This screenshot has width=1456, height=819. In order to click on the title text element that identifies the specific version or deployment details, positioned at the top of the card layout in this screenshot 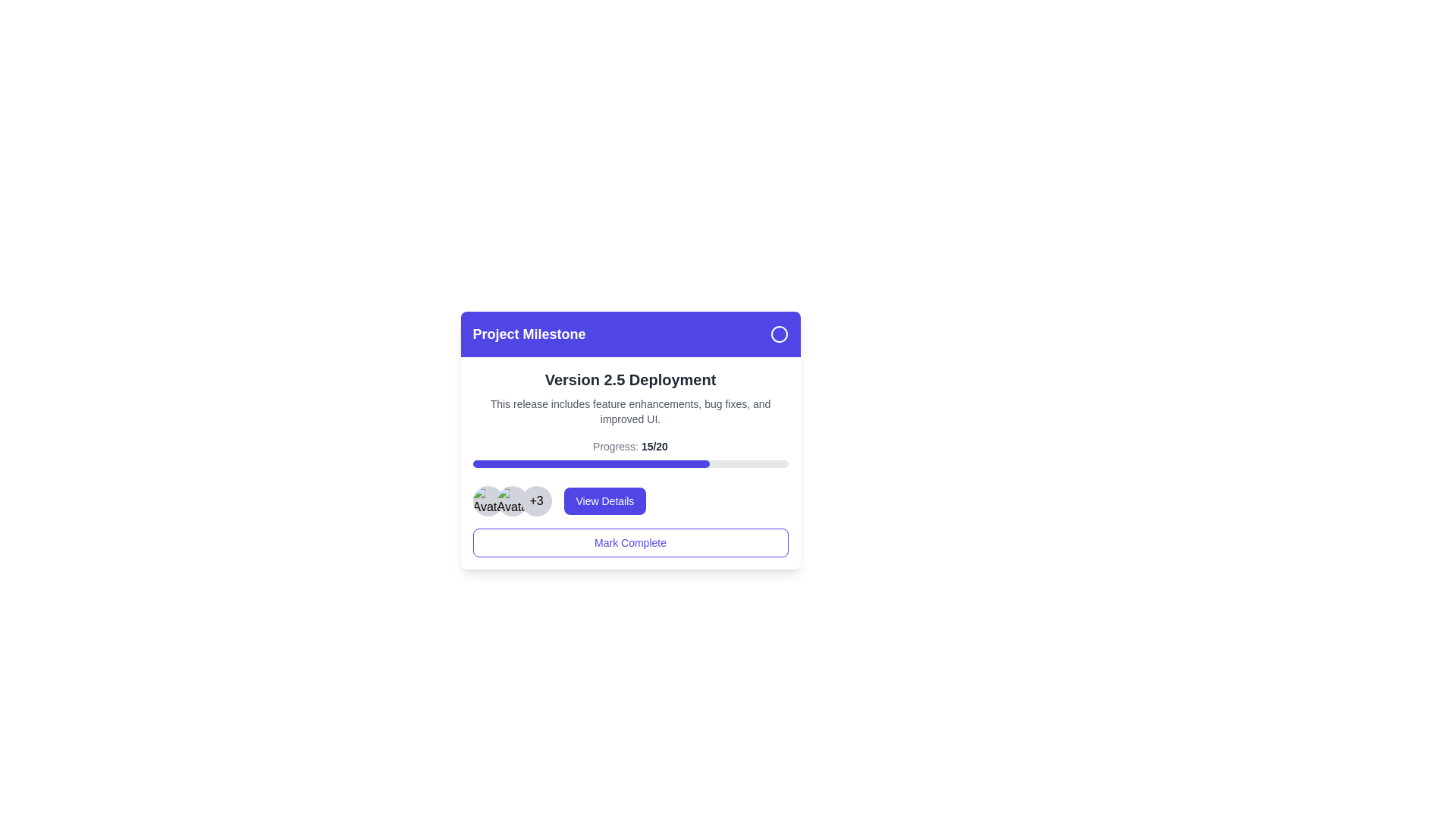, I will do `click(630, 379)`.